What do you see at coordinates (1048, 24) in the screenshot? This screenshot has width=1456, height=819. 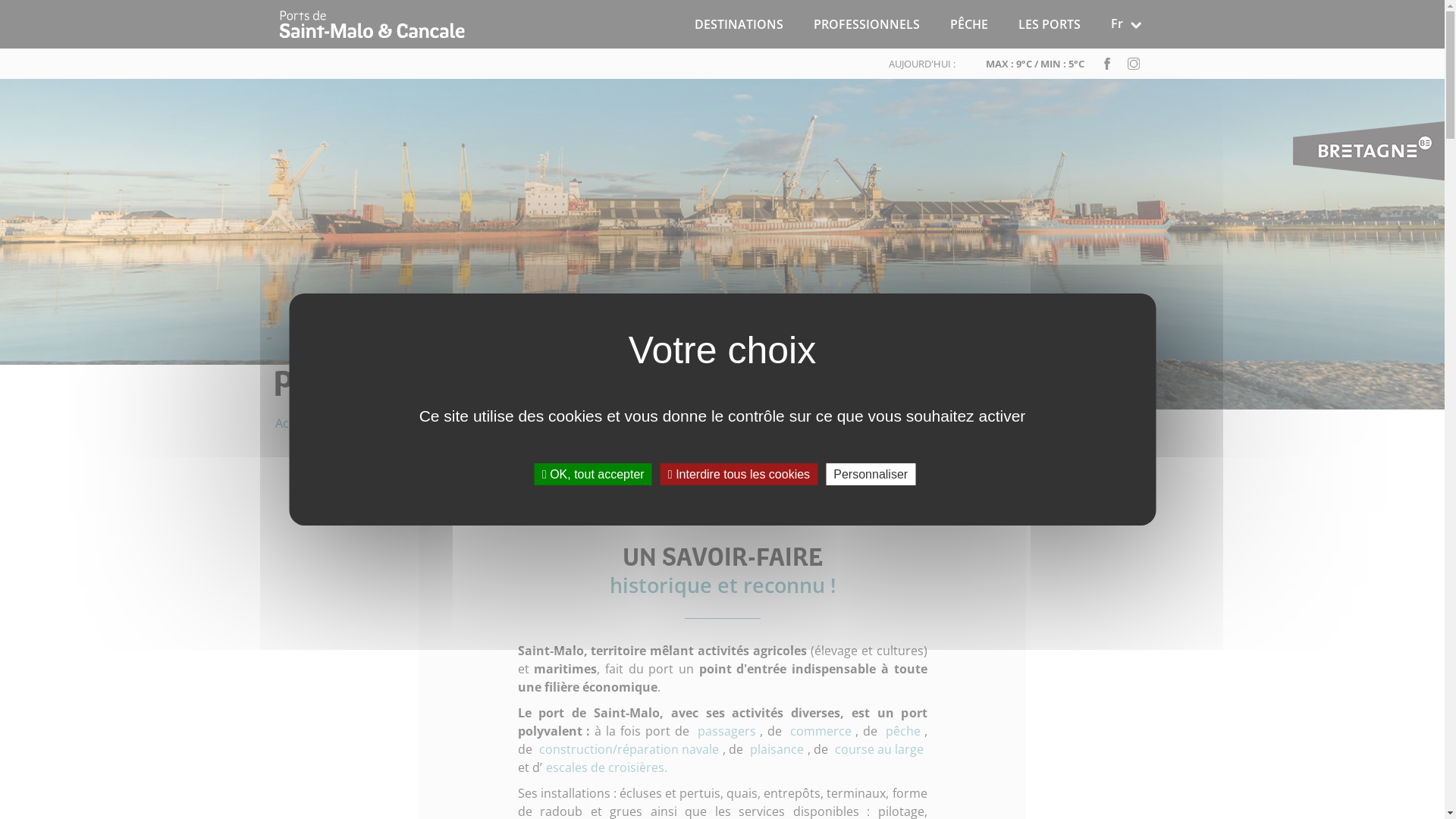 I see `'LES PORTS'` at bounding box center [1048, 24].